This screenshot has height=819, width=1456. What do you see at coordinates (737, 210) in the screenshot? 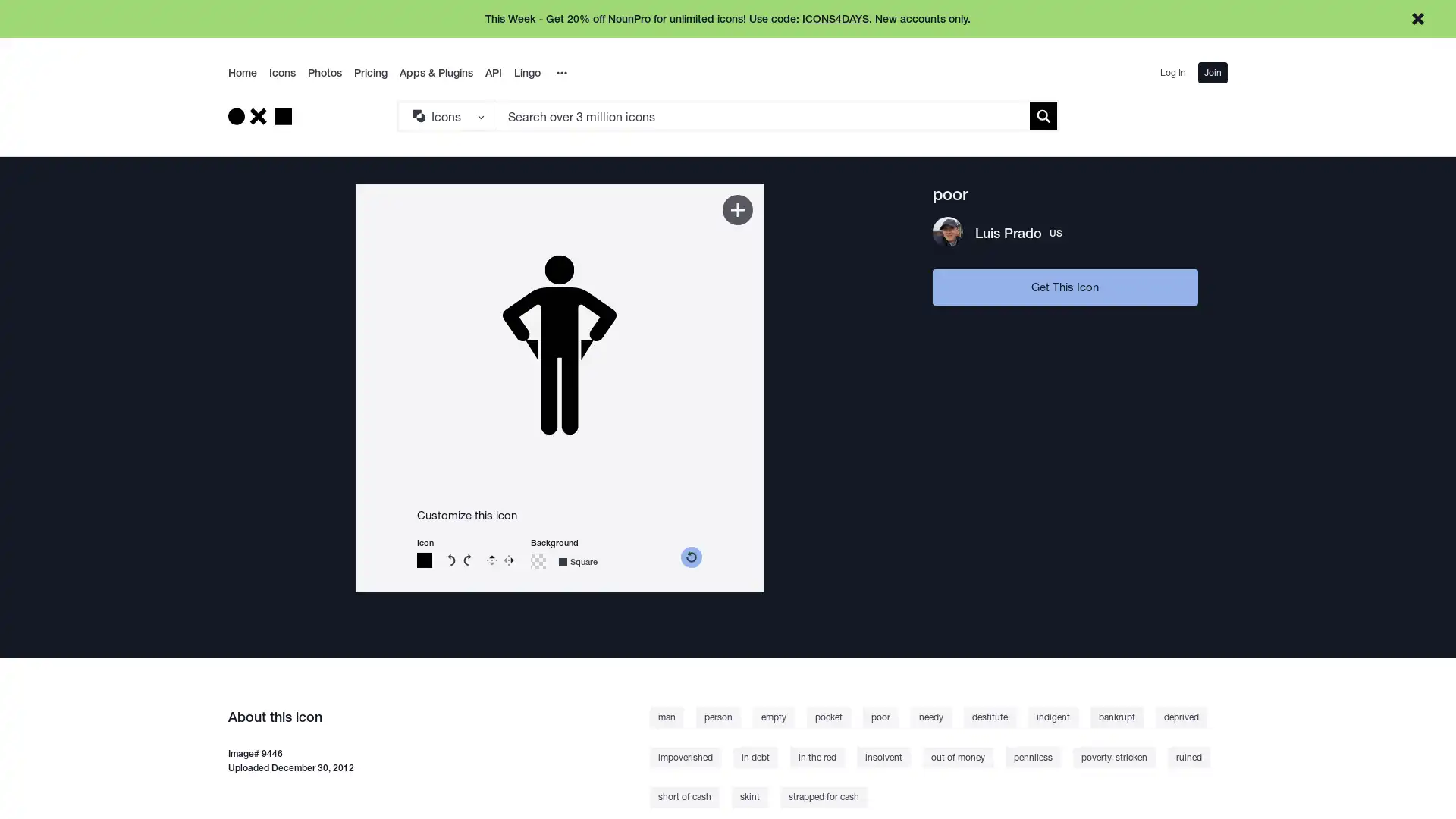
I see `Add to Kit` at bounding box center [737, 210].